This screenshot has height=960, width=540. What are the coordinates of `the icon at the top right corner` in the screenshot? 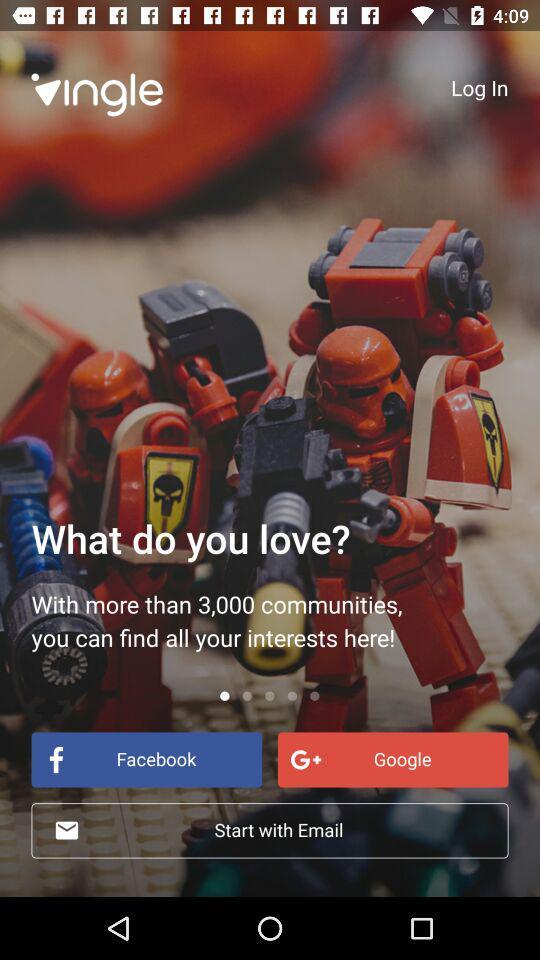 It's located at (478, 87).